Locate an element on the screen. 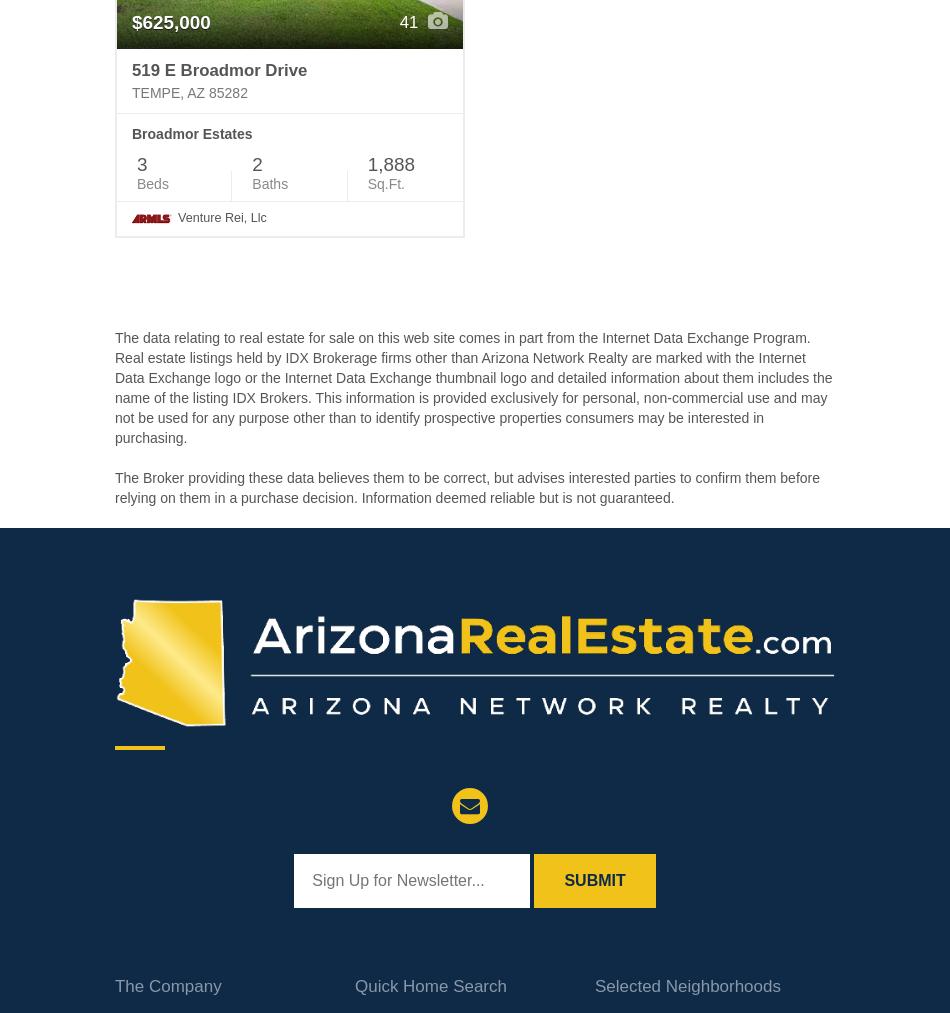  'Broadmor Estates' is located at coordinates (191, 133).